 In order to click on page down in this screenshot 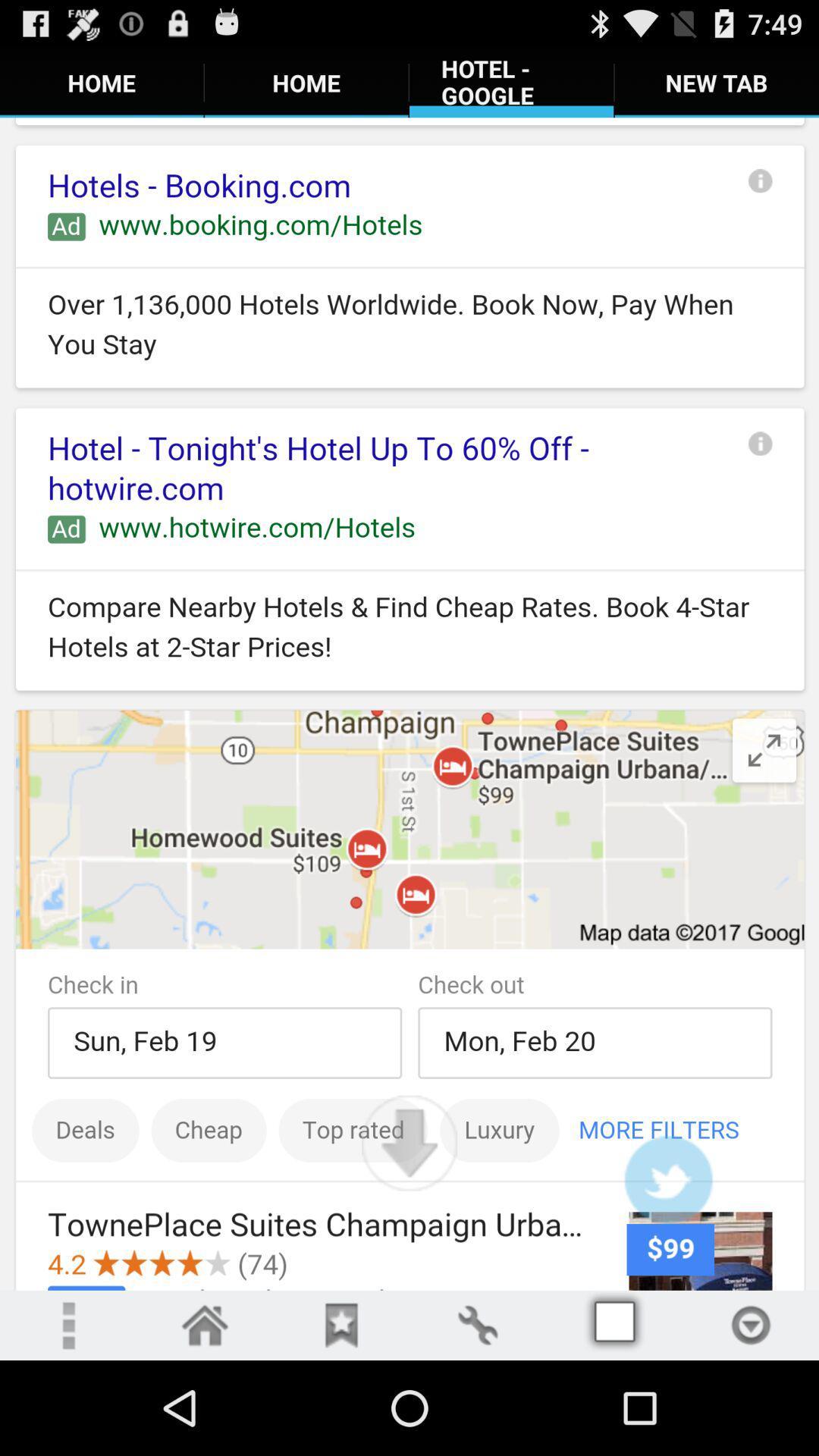, I will do `click(409, 1143)`.